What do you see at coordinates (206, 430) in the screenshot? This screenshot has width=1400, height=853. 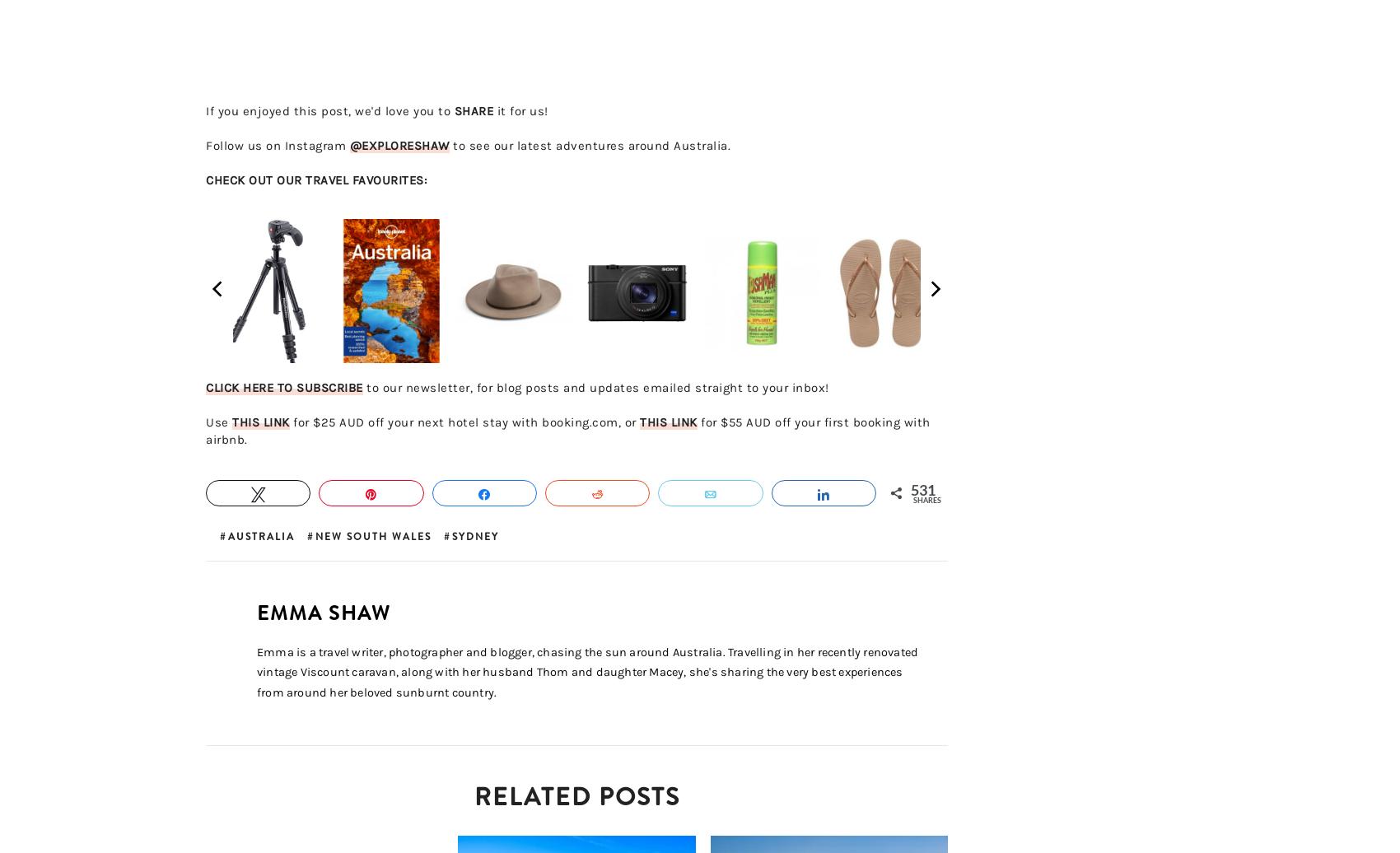 I see `'for $55 AUD off your first booking with airbnb.'` at bounding box center [206, 430].